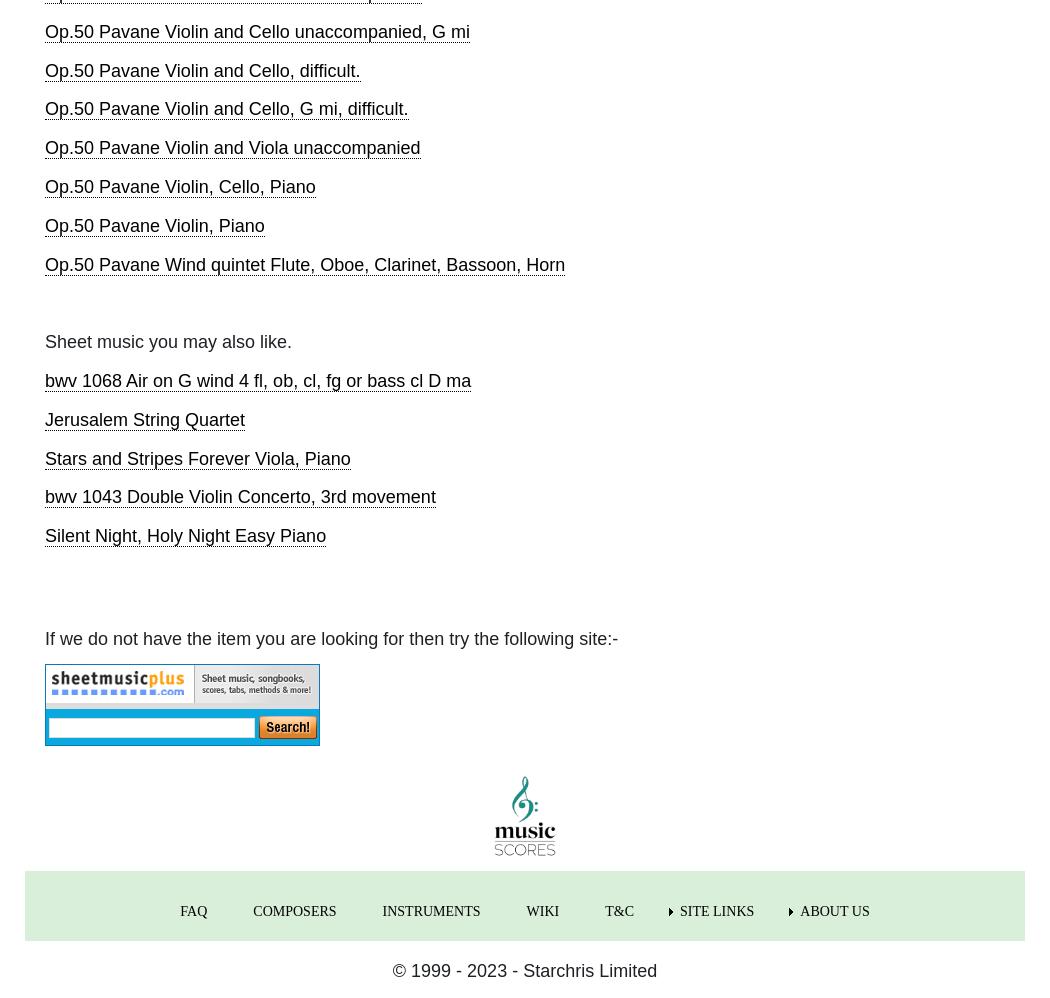 This screenshot has width=1050, height=998. What do you see at coordinates (44, 31) in the screenshot?
I see `'Op.50  Pavane  Violin and Cello unaccompanied, G mi'` at bounding box center [44, 31].